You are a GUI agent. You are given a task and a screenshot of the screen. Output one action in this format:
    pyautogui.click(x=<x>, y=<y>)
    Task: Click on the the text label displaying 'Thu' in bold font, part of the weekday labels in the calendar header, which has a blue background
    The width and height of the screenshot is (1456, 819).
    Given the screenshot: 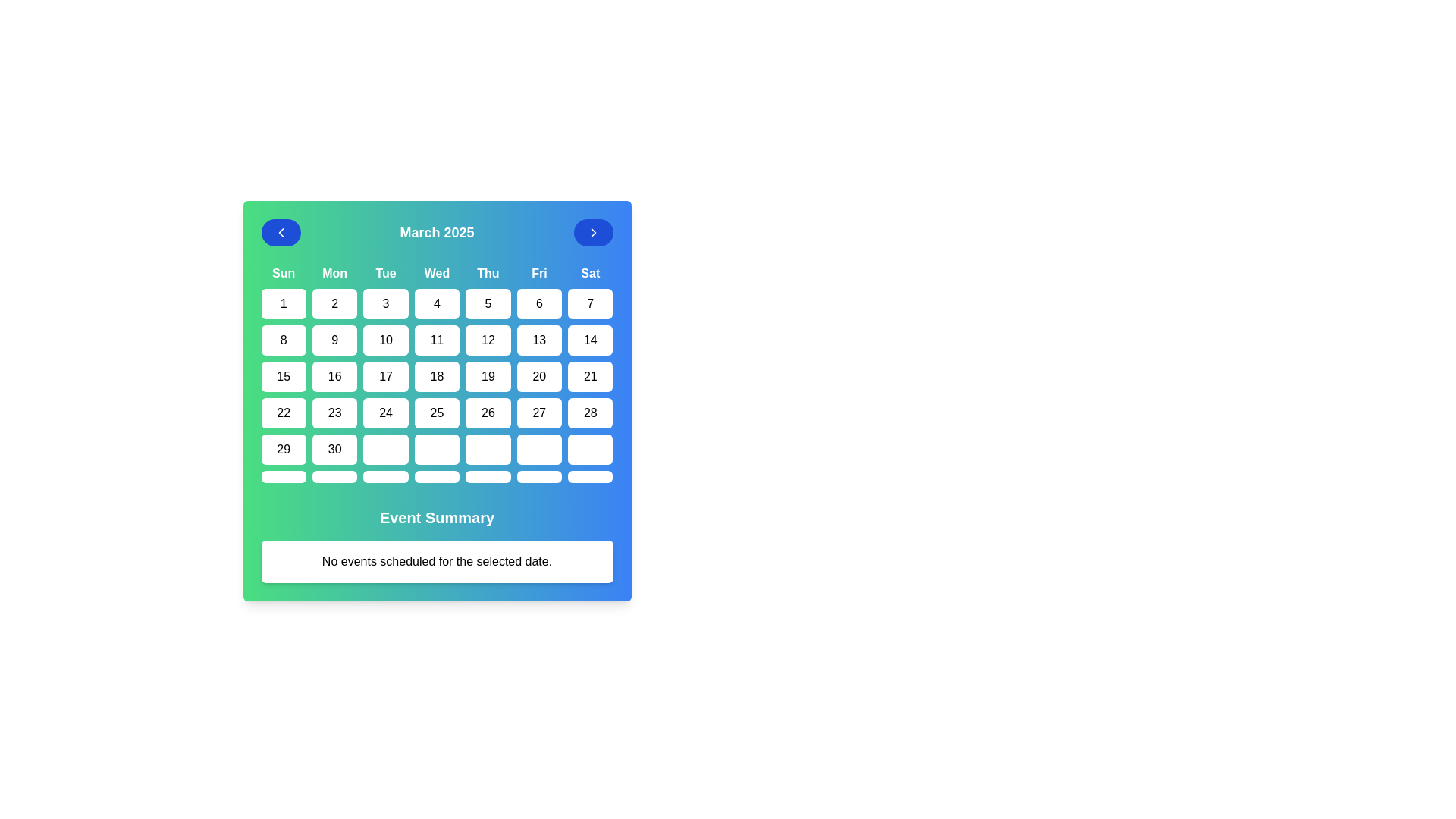 What is the action you would take?
    pyautogui.click(x=488, y=274)
    